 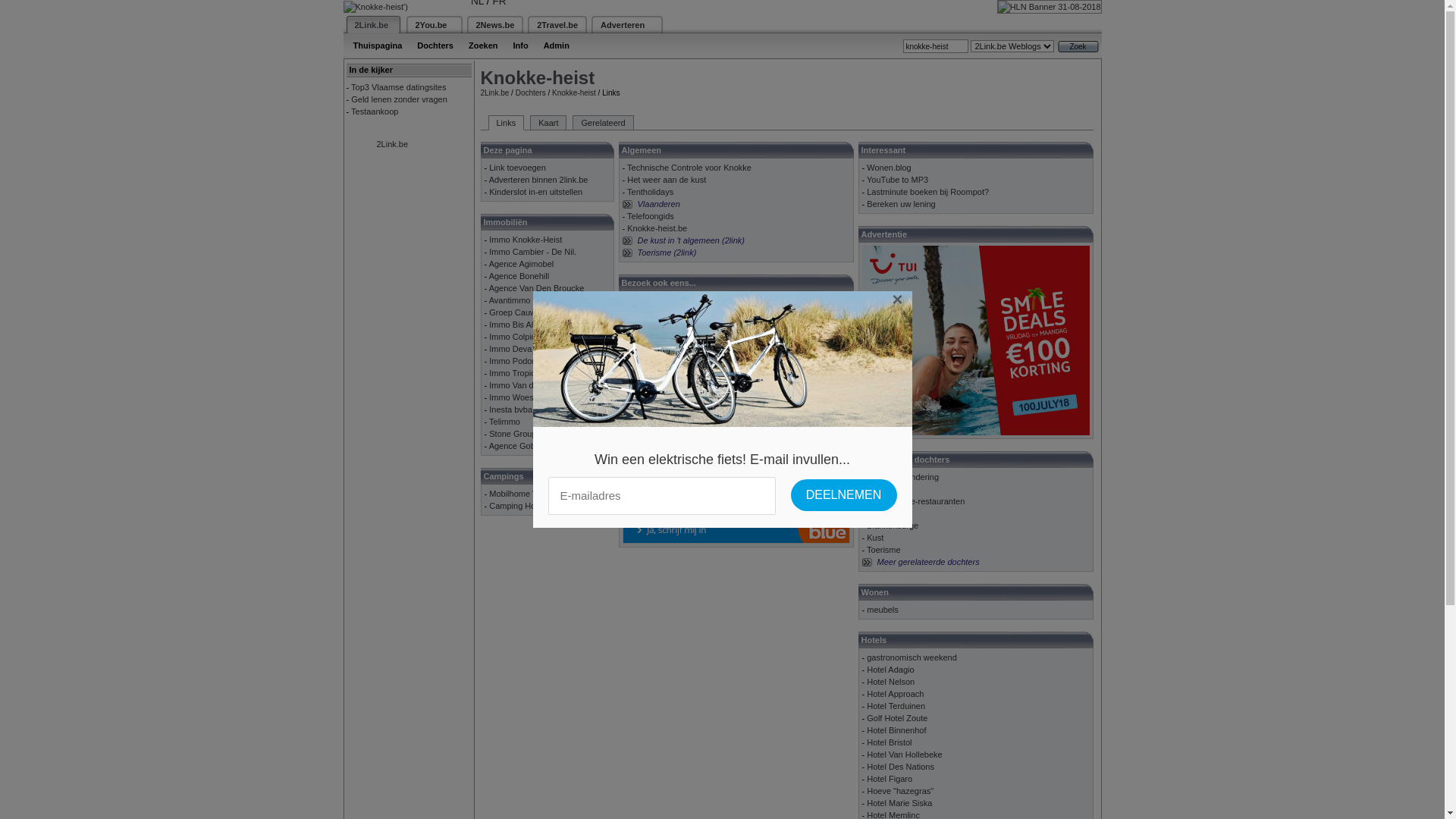 I want to click on 'Info', so click(x=520, y=45).